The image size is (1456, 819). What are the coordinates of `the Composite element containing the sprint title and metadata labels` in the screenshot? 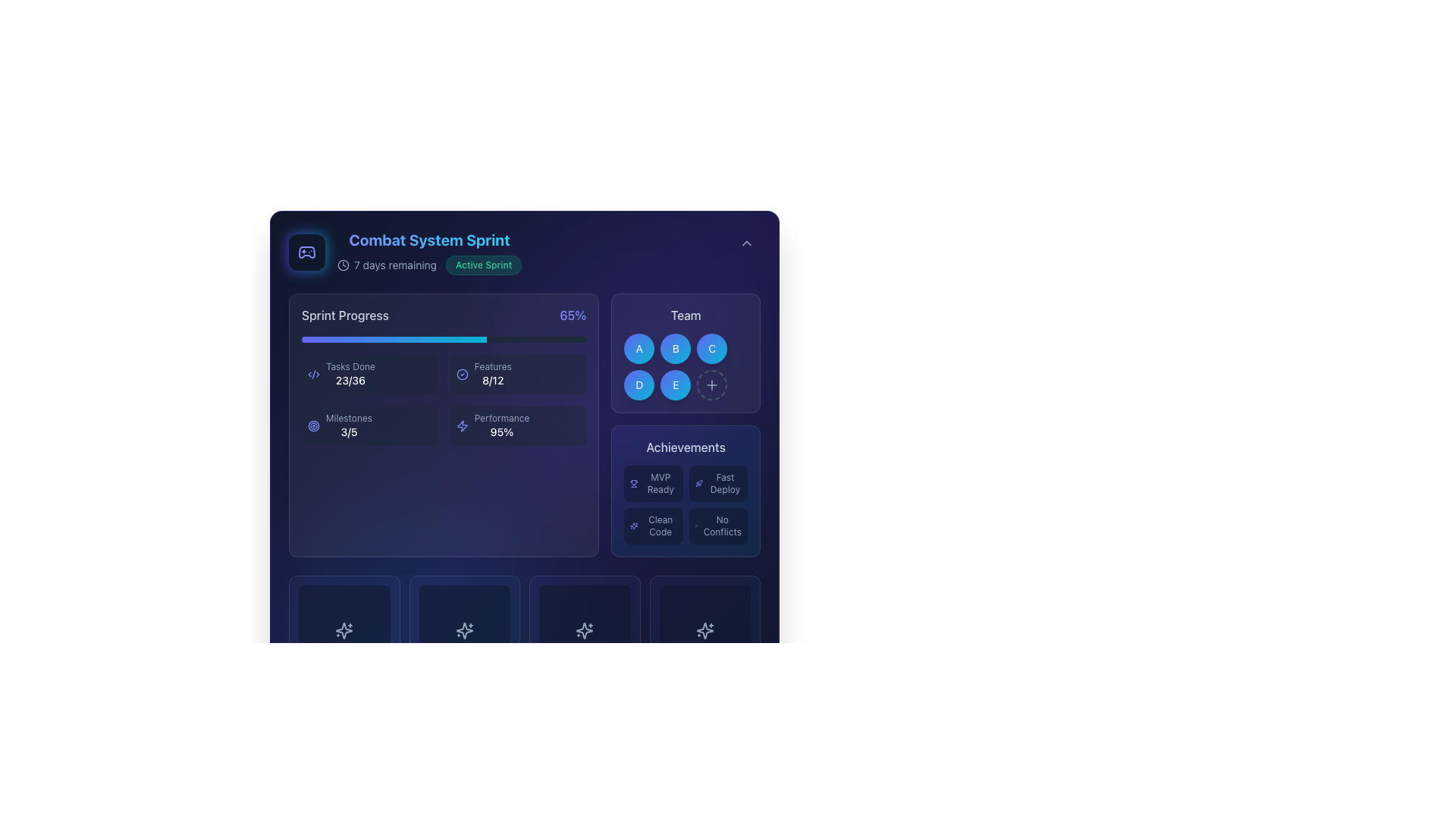 It's located at (428, 251).